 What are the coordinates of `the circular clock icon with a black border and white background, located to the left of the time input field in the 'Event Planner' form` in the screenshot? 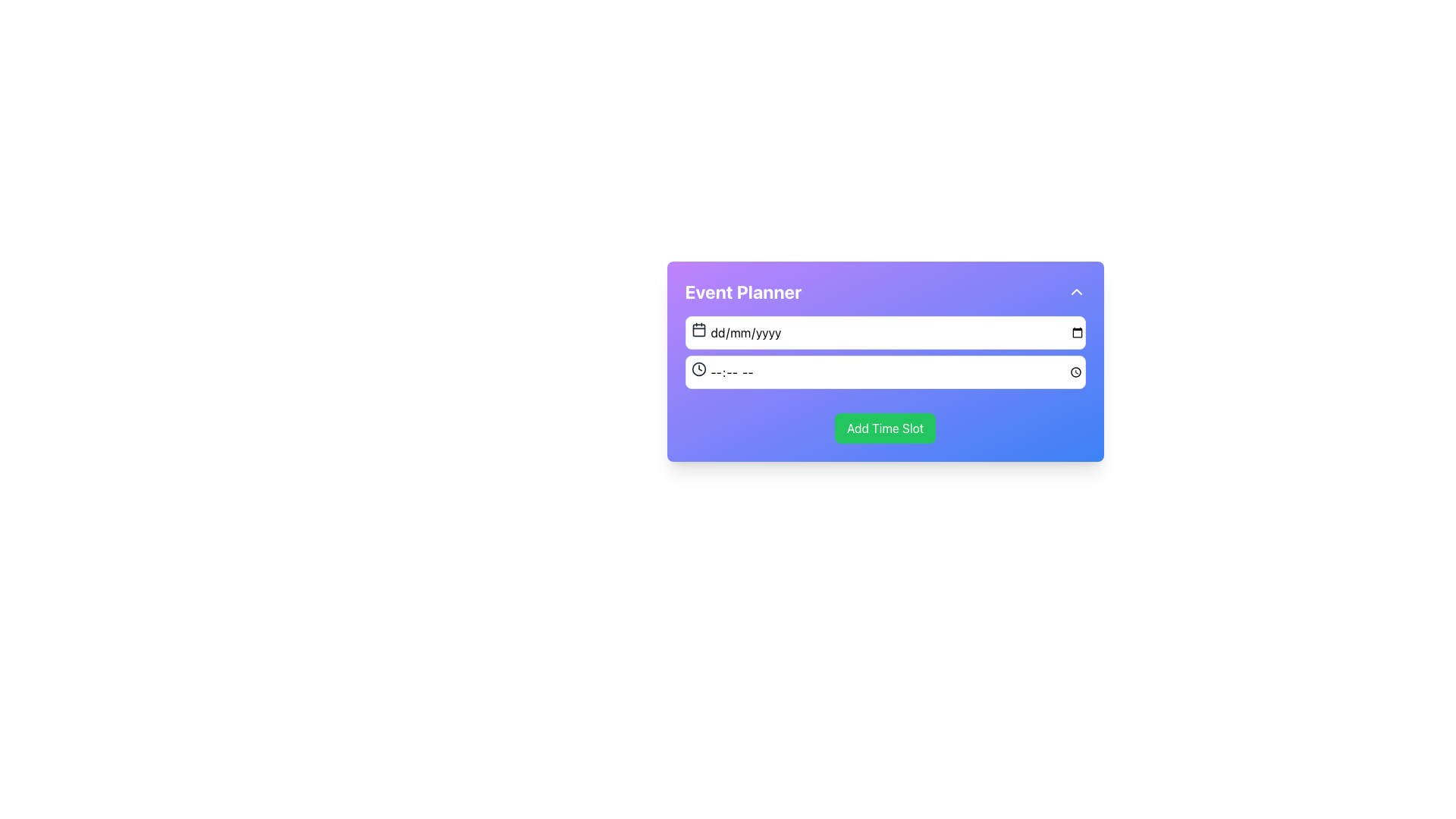 It's located at (698, 369).